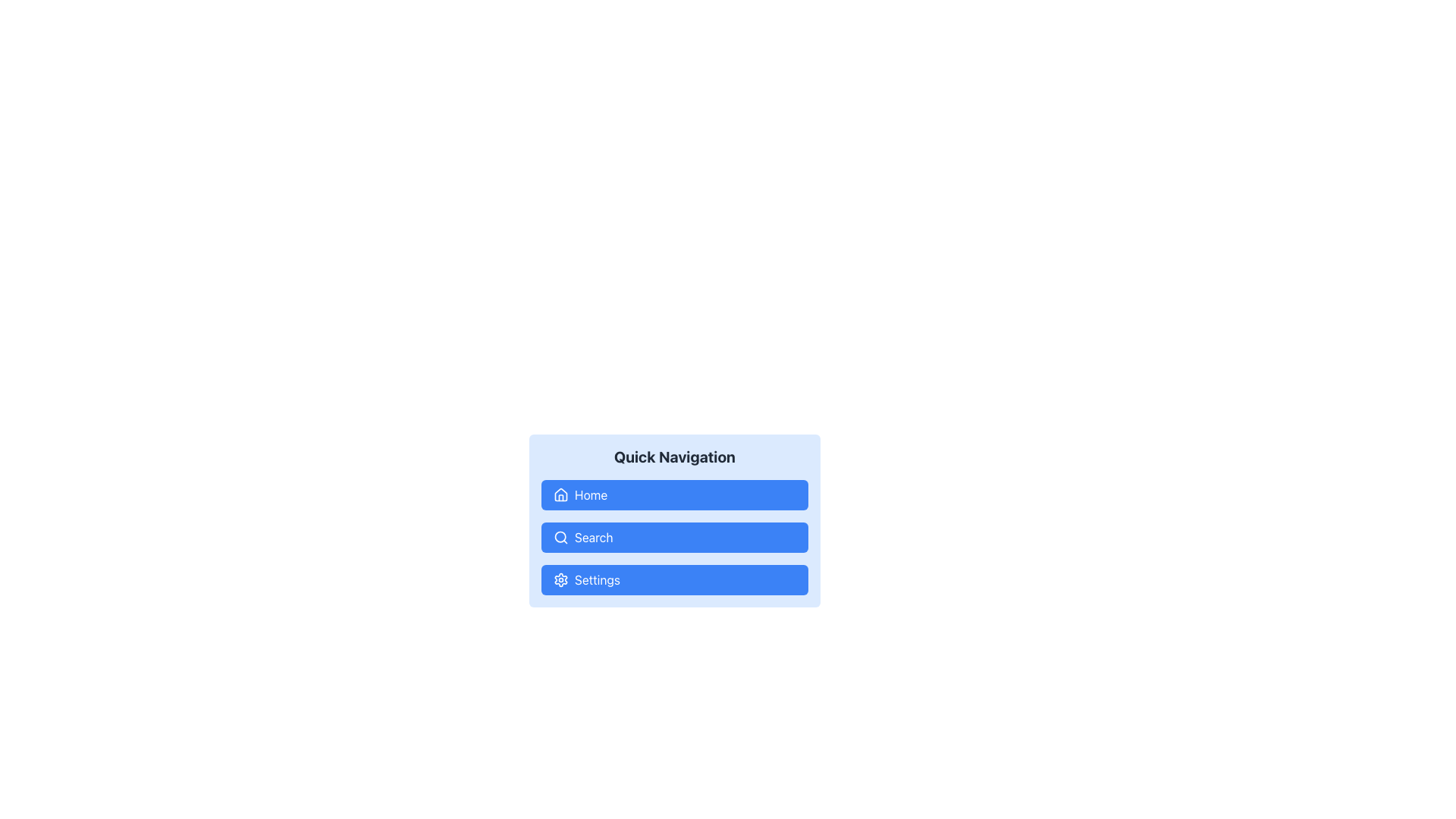 This screenshot has height=819, width=1456. I want to click on the upper segment of the house-shaped icon representing the 'Home' navigation option, so click(560, 494).